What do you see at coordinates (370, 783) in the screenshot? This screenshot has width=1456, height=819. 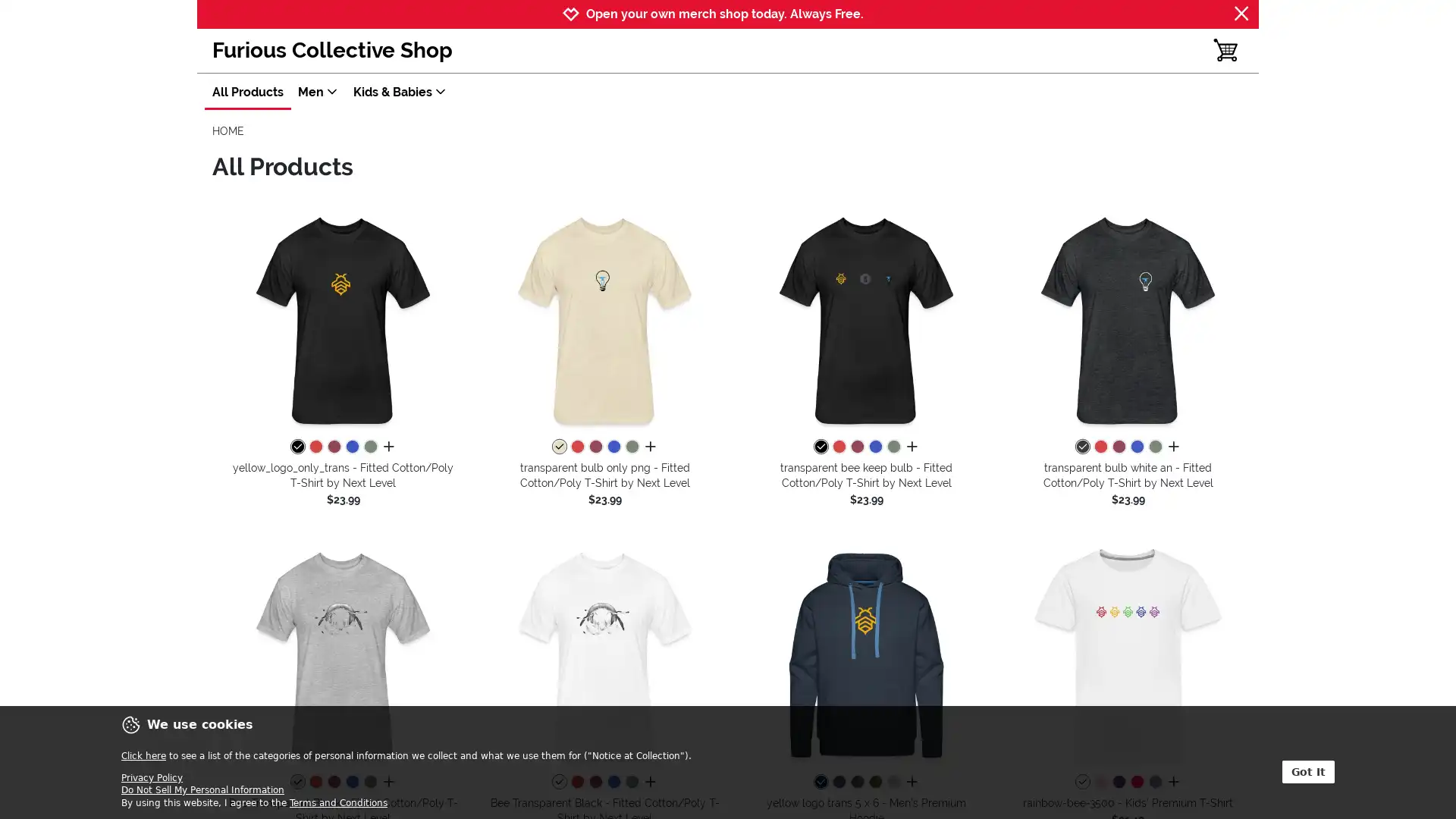 I see `heather military green` at bounding box center [370, 783].